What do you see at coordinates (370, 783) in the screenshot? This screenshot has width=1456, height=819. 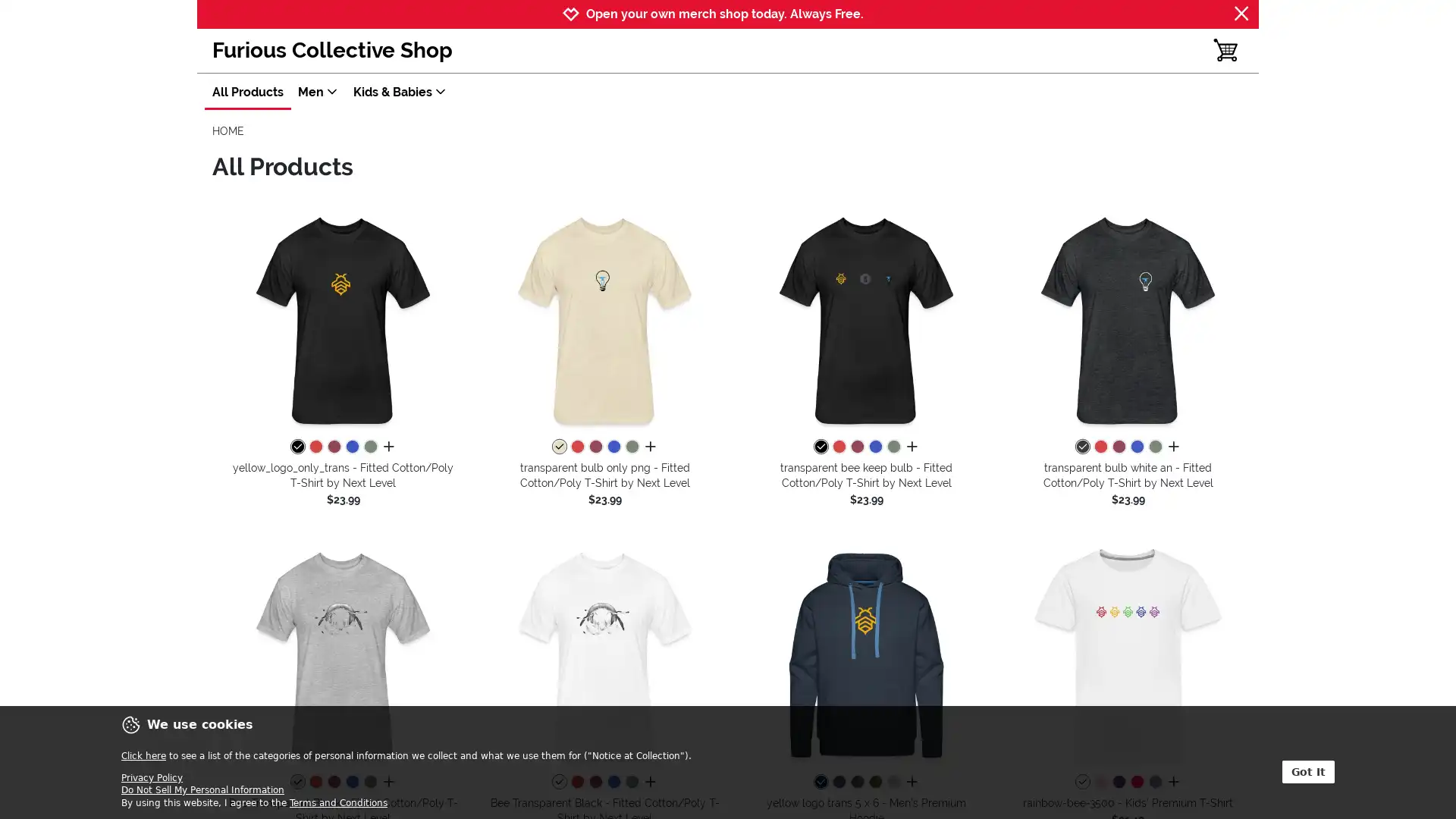 I see `heather military green` at bounding box center [370, 783].